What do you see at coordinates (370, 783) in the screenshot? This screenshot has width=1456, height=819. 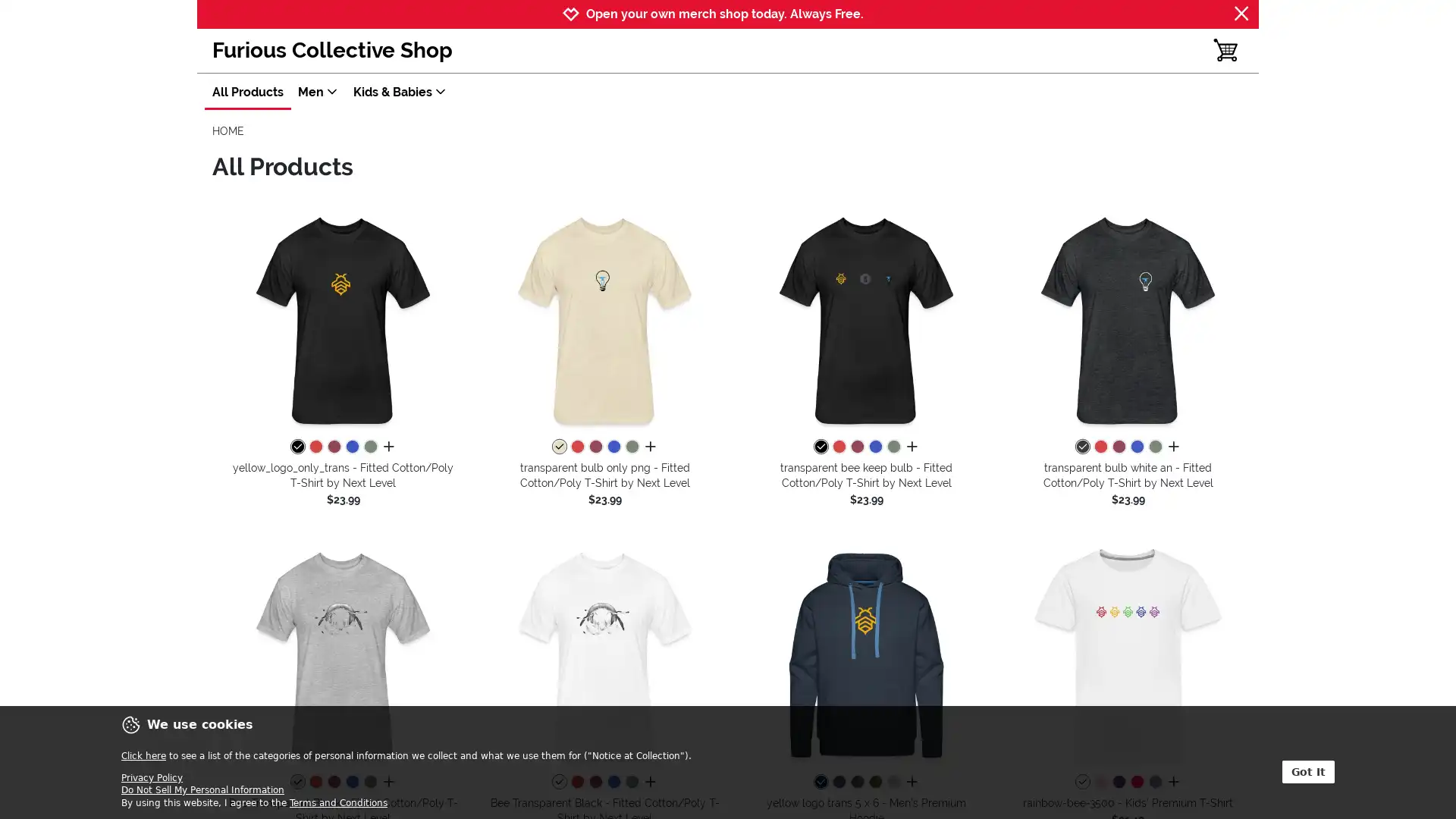 I see `heather military green` at bounding box center [370, 783].